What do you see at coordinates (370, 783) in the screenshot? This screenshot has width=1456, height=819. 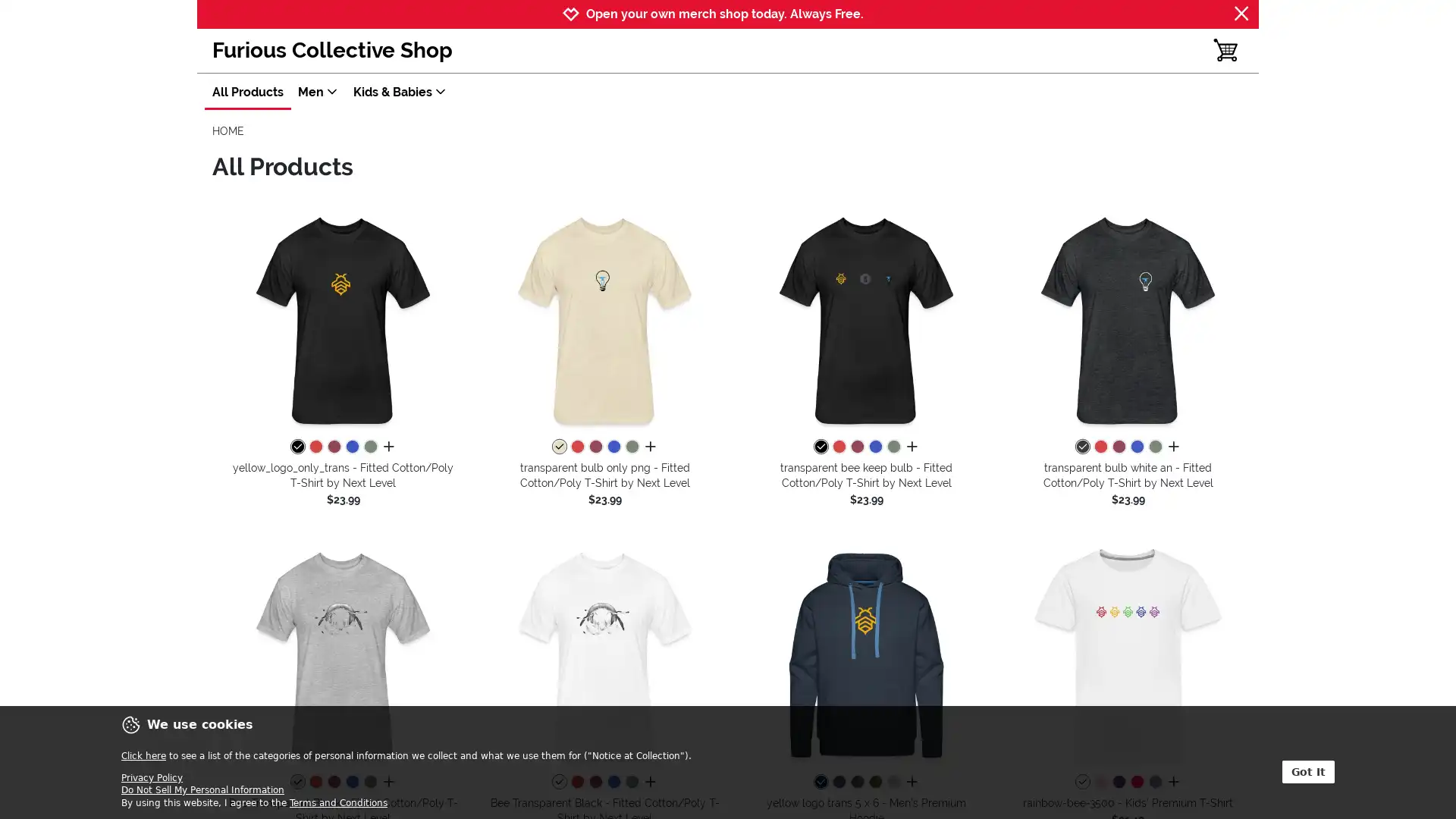 I see `heather military green` at bounding box center [370, 783].